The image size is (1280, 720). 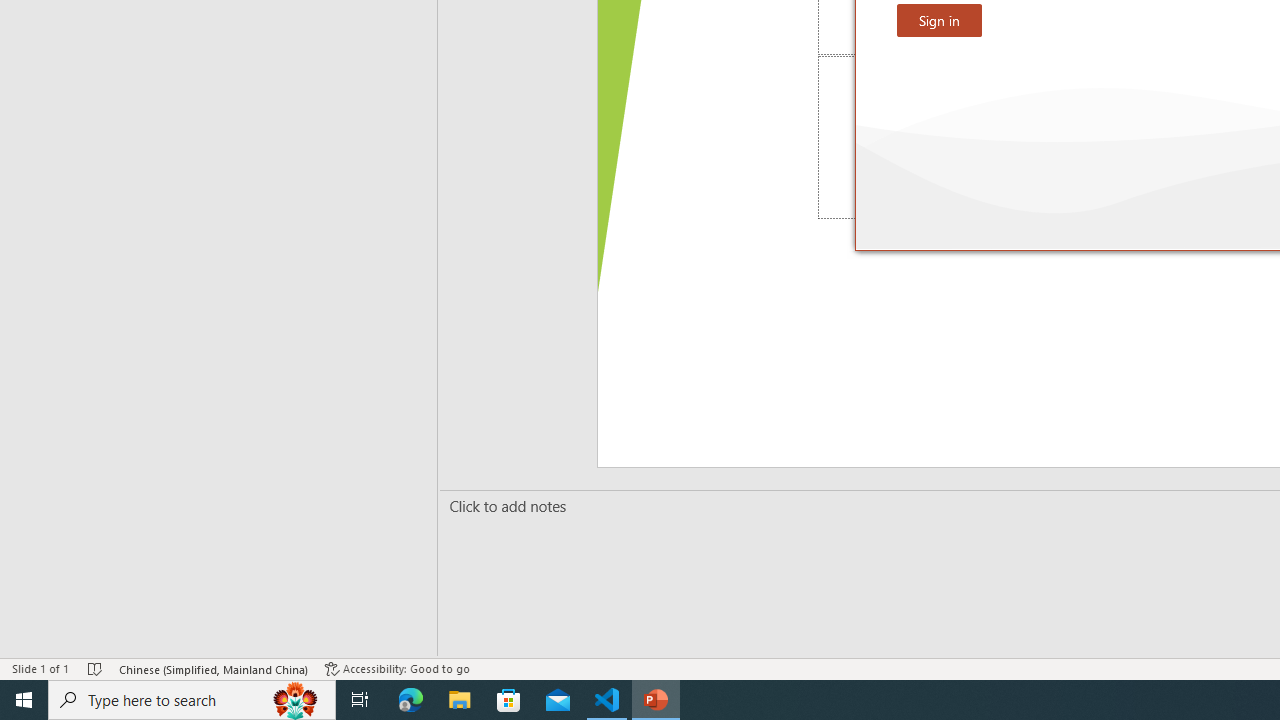 I want to click on 'Sign in', so click(x=938, y=20).